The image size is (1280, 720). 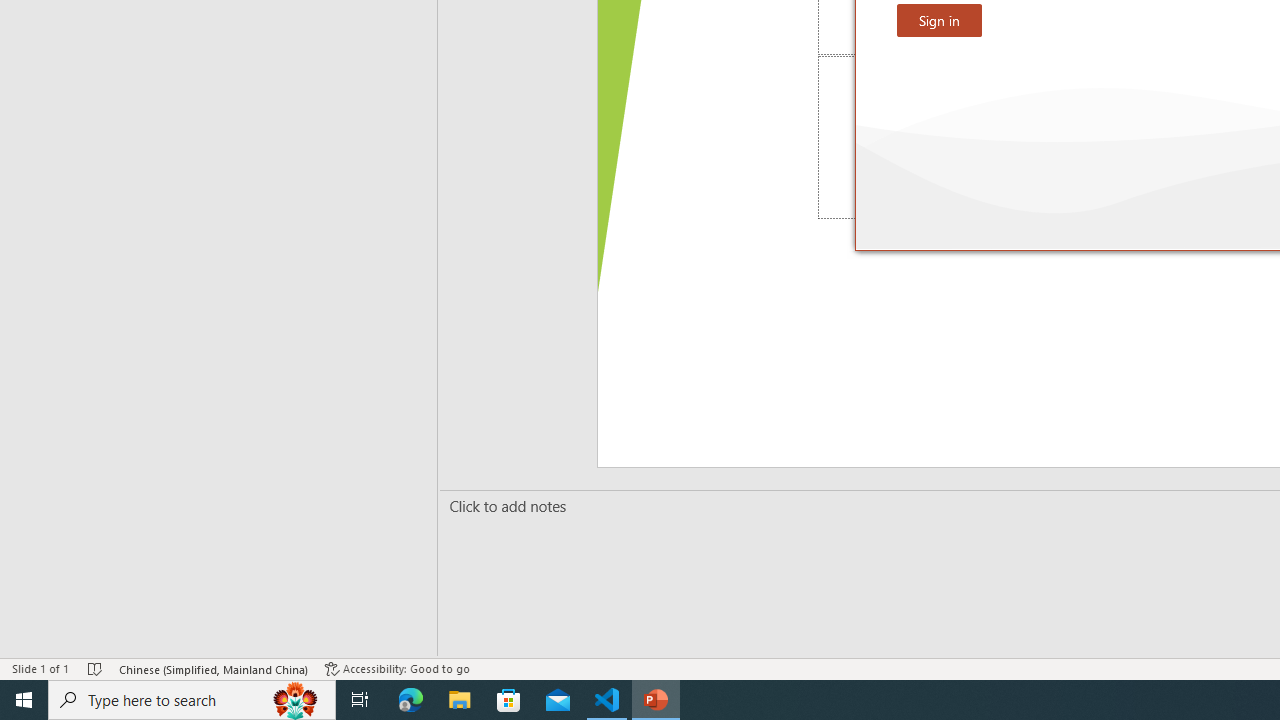 I want to click on 'Sign in', so click(x=938, y=20).